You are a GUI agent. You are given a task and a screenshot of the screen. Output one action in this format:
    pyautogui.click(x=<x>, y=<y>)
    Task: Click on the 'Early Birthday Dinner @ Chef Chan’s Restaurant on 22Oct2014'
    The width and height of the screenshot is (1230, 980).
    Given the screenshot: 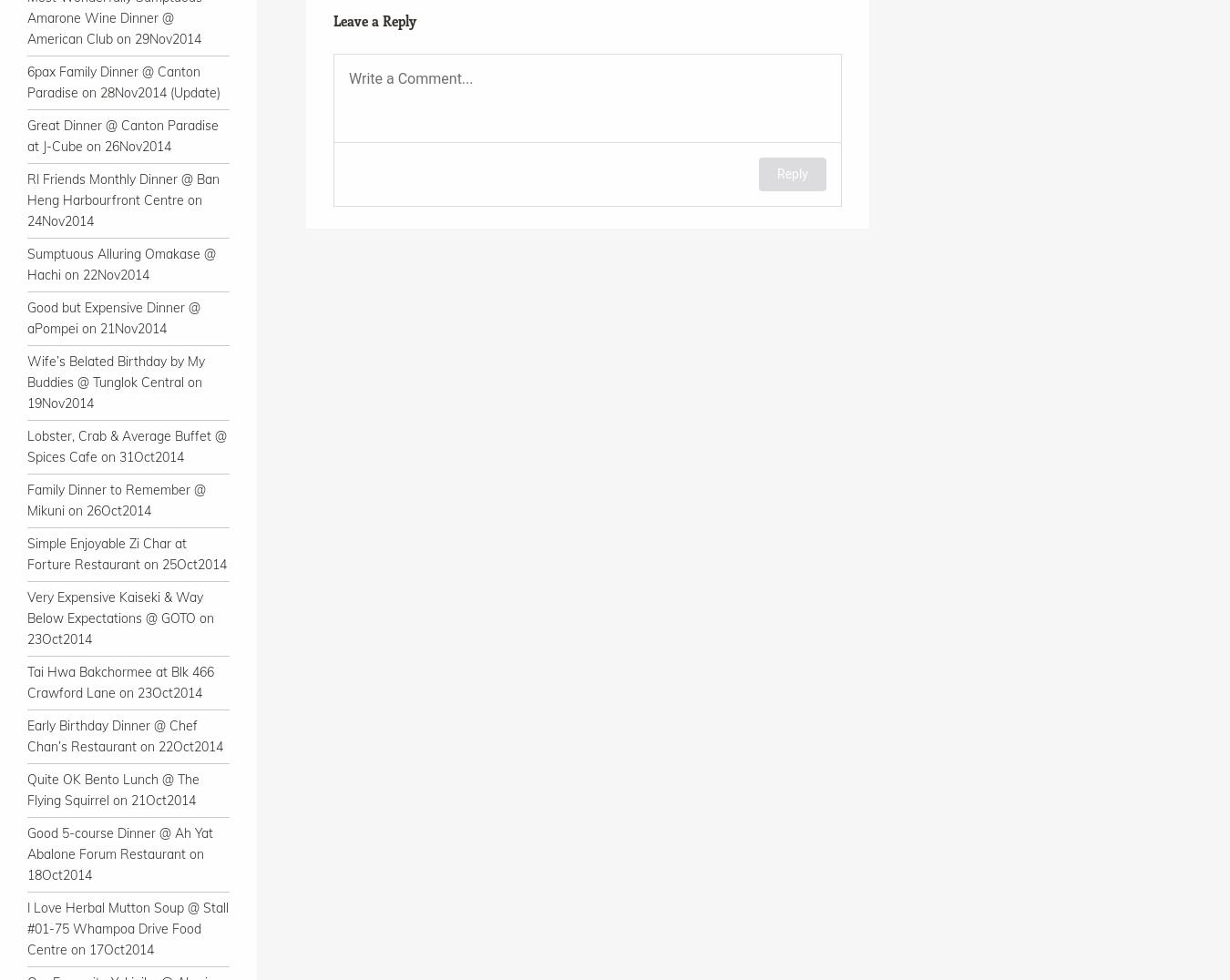 What is the action you would take?
    pyautogui.click(x=125, y=735)
    